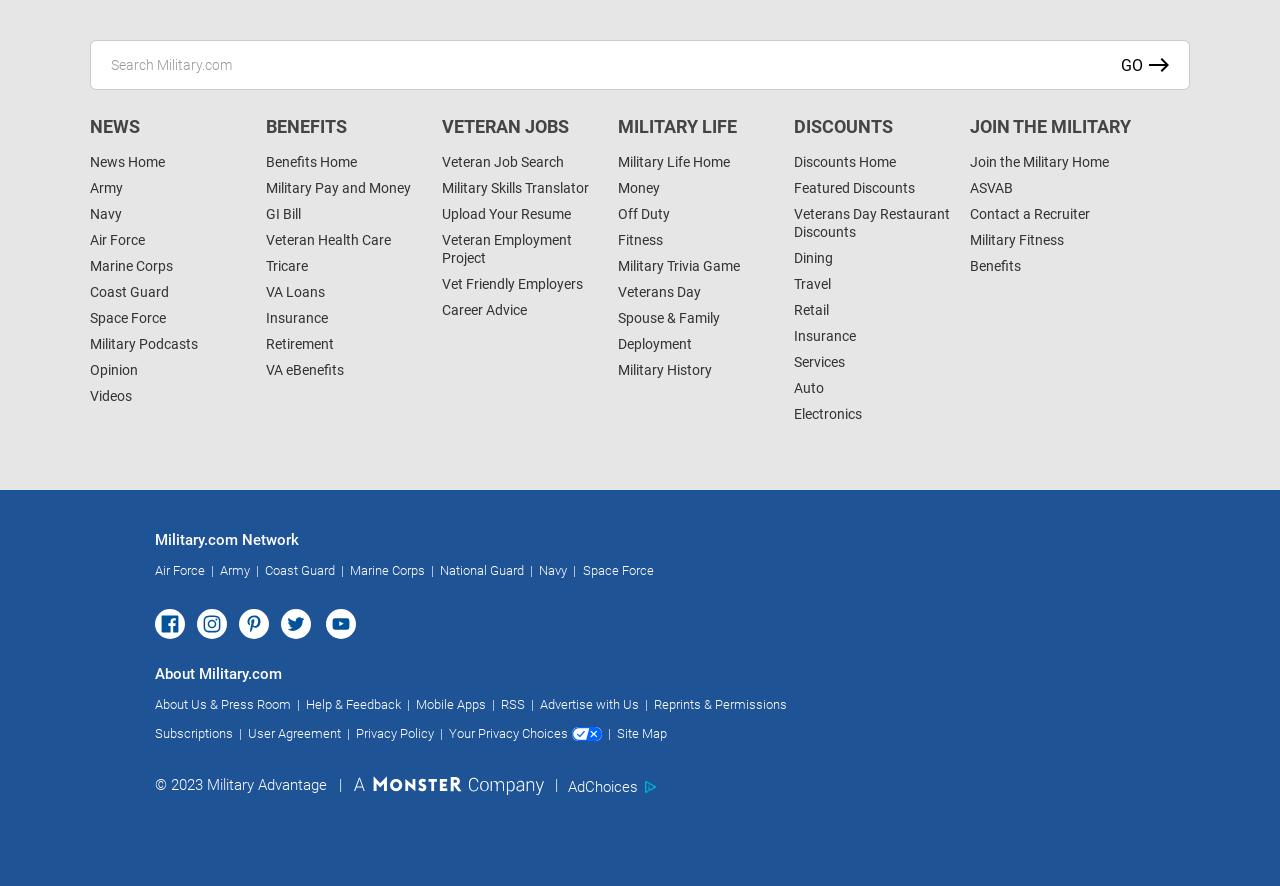 Image resolution: width=1280 pixels, height=886 pixels. What do you see at coordinates (226, 540) in the screenshot?
I see `'Military.com Network'` at bounding box center [226, 540].